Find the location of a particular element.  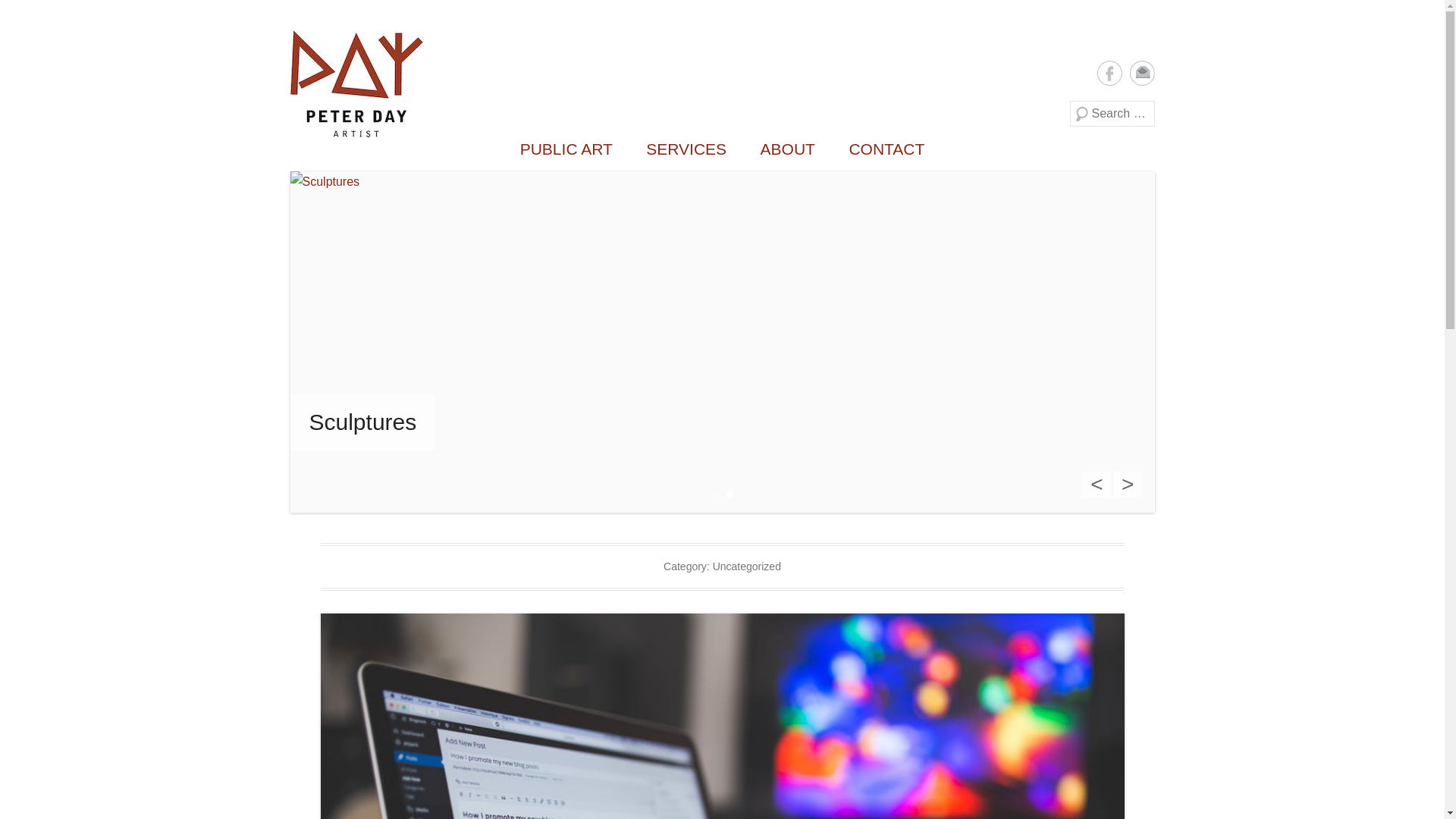

'CONTACT' is located at coordinates (833, 149).